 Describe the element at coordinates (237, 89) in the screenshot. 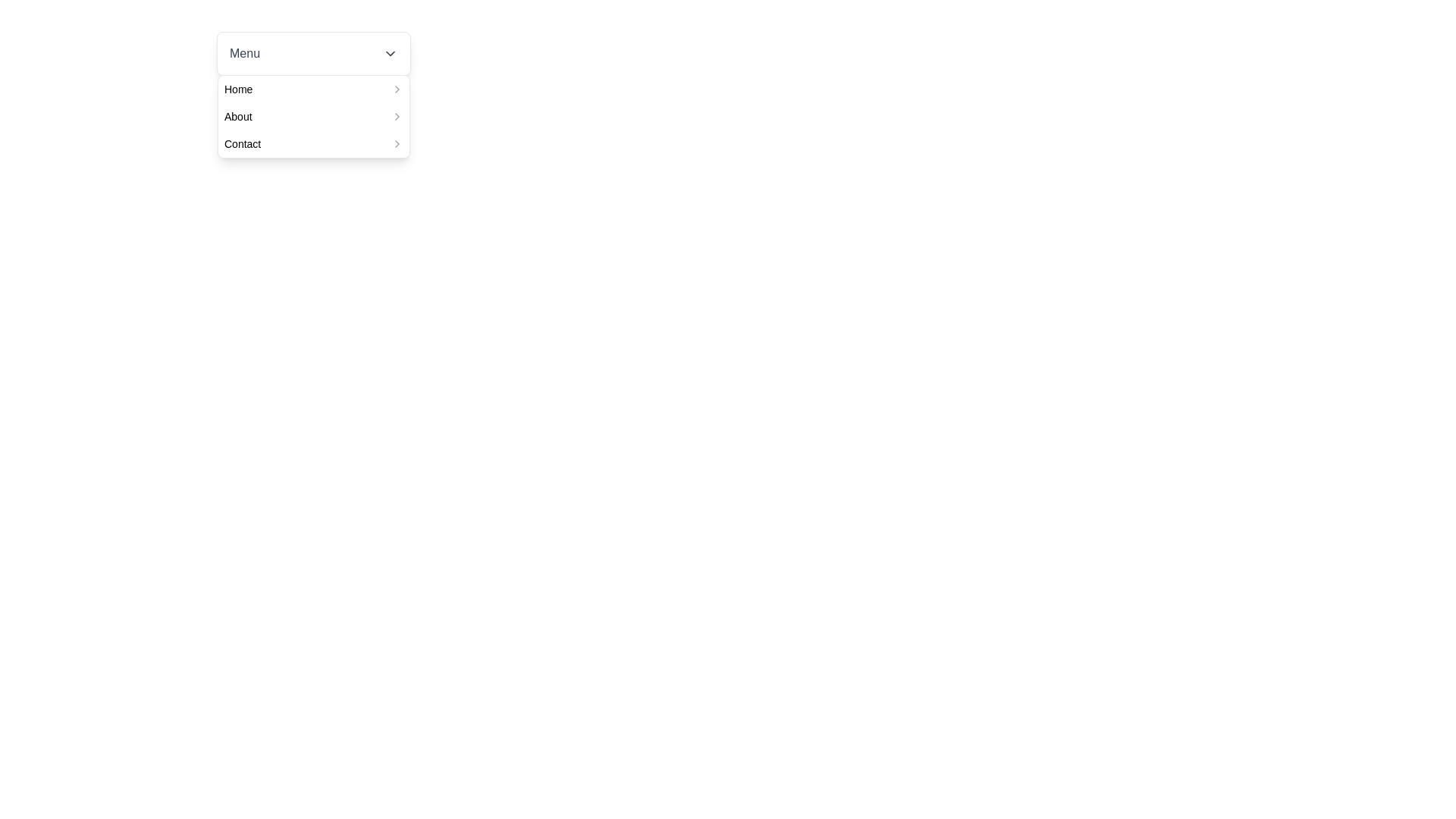

I see `the 'Home' text label in the dropdown menu titled 'Menu', which is the first item in the list of navigation options` at that location.